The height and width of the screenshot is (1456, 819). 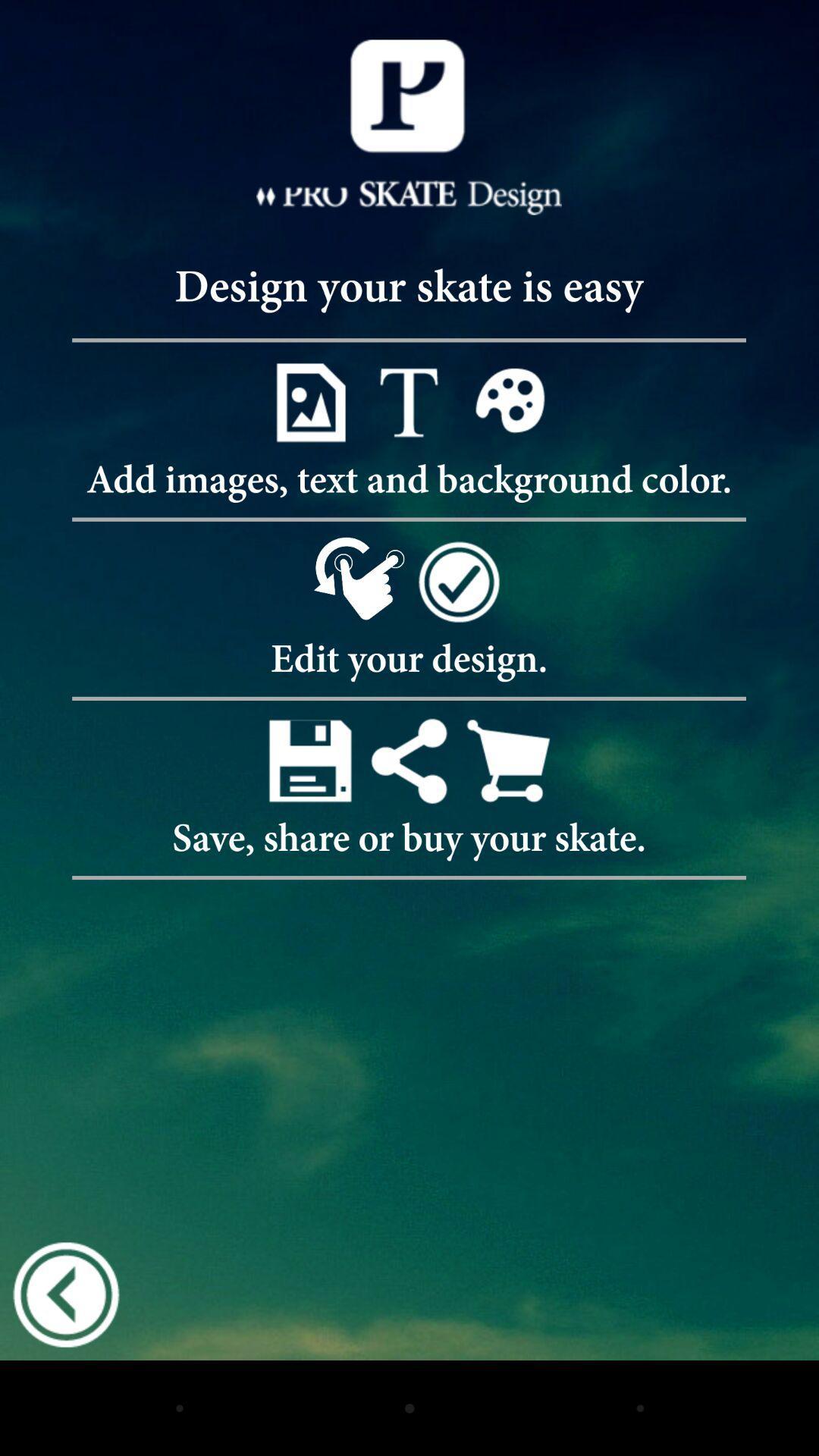 I want to click on share button, so click(x=408, y=761).